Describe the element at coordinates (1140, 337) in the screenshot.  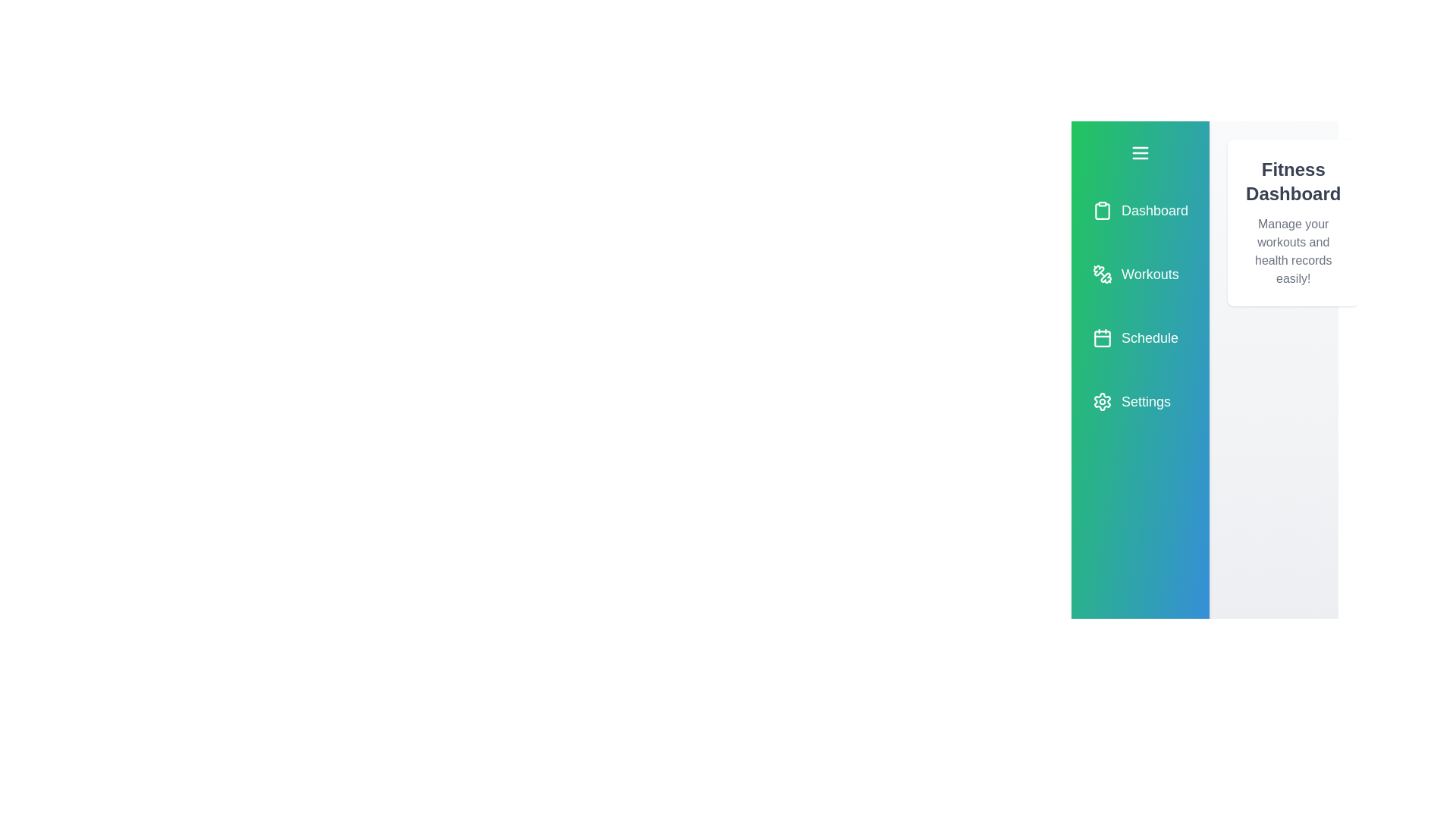
I see `the menu item 'Schedule' to trigger the hover effect` at that location.